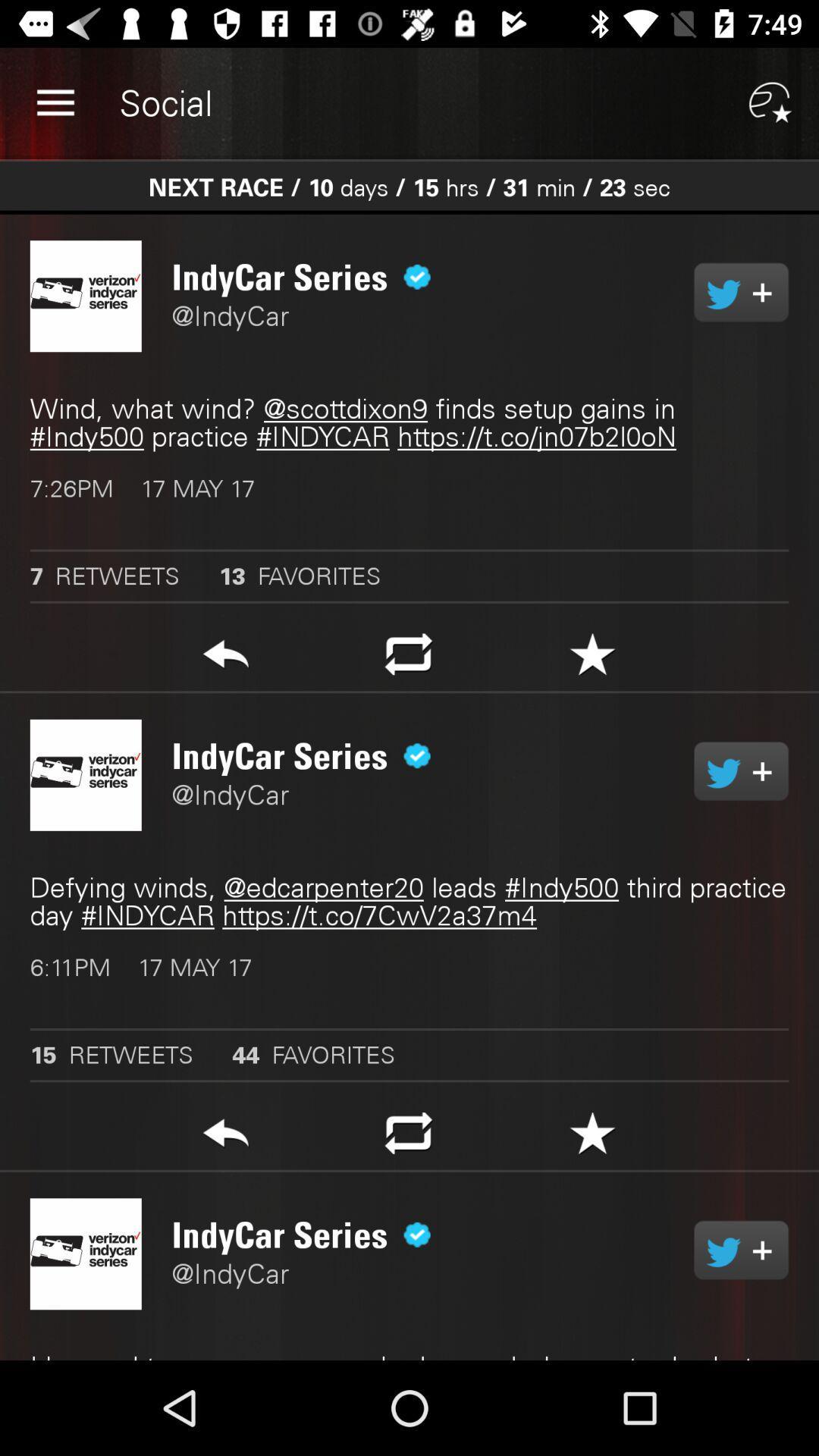  Describe the element at coordinates (591, 1137) in the screenshot. I see `favorite` at that location.